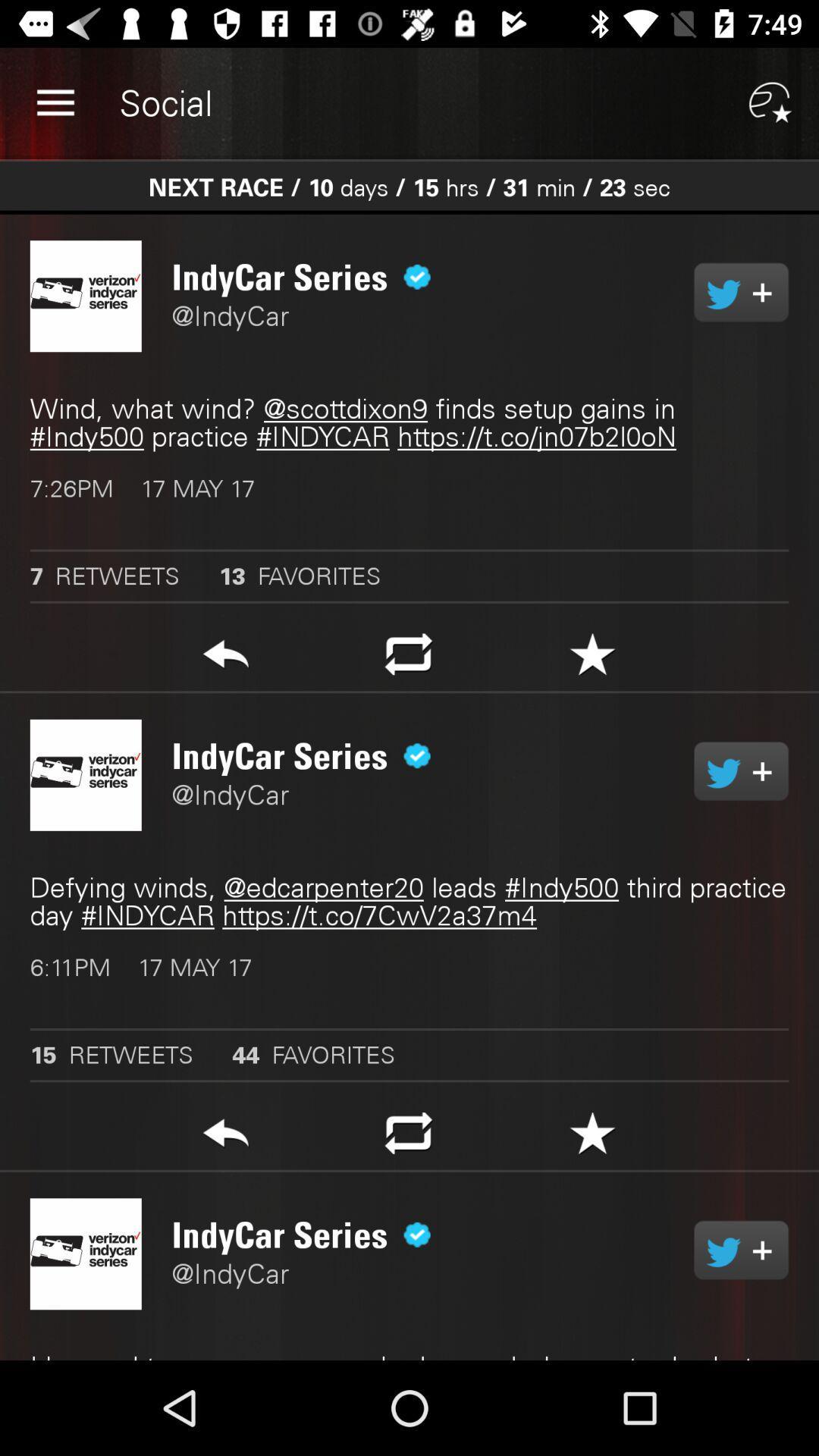  Describe the element at coordinates (591, 1137) in the screenshot. I see `favorite` at that location.